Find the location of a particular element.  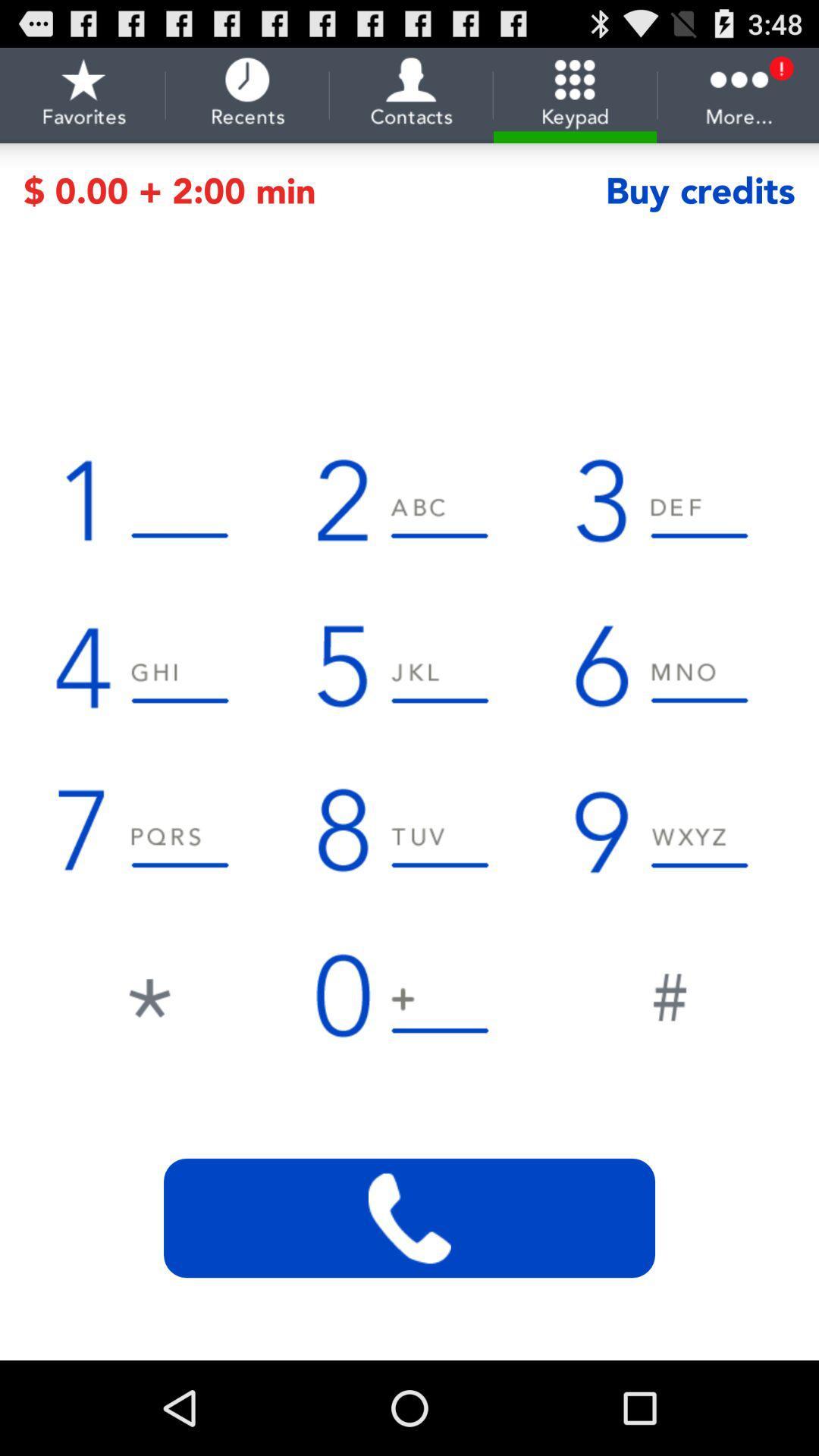

1 keypad which is below  000200 min on the page is located at coordinates (149, 500).